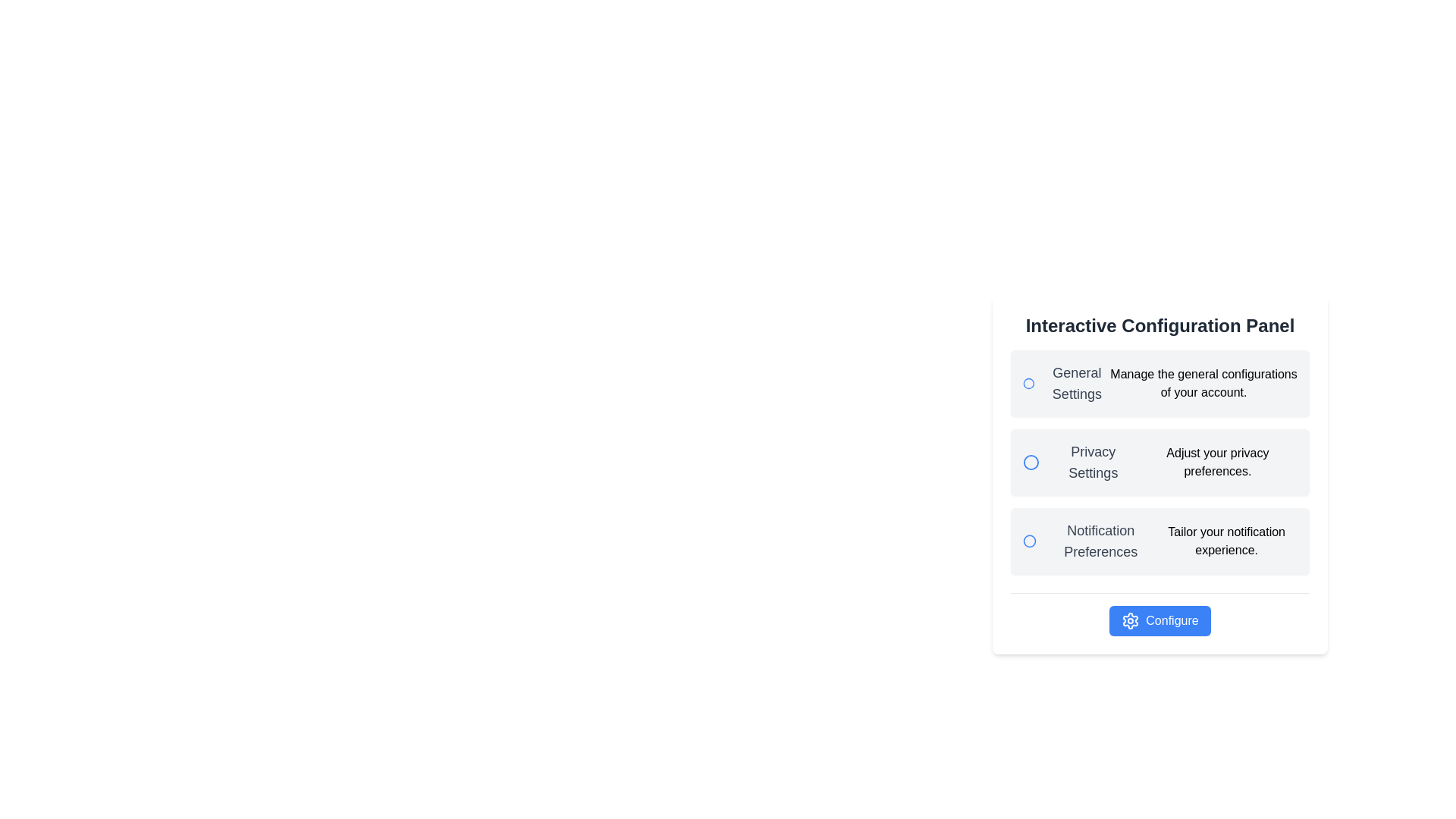 The height and width of the screenshot is (819, 1456). Describe the element at coordinates (1028, 382) in the screenshot. I see `the icon that serves as a graphical indicator for the 'General Settings' label, positioned at the top-left beside the text` at that location.